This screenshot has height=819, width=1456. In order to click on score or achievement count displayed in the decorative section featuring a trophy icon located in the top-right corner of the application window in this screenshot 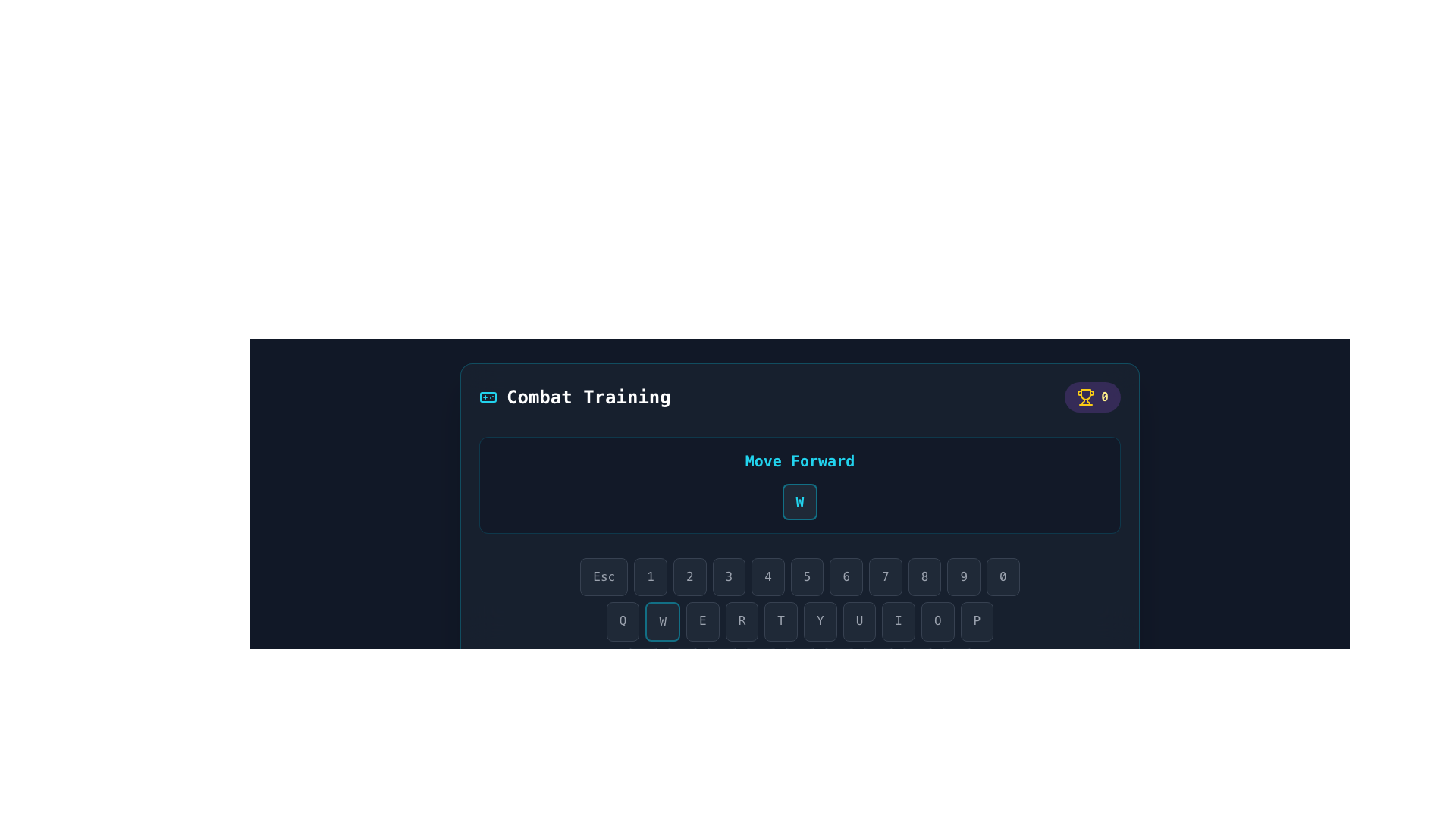, I will do `click(1093, 397)`.